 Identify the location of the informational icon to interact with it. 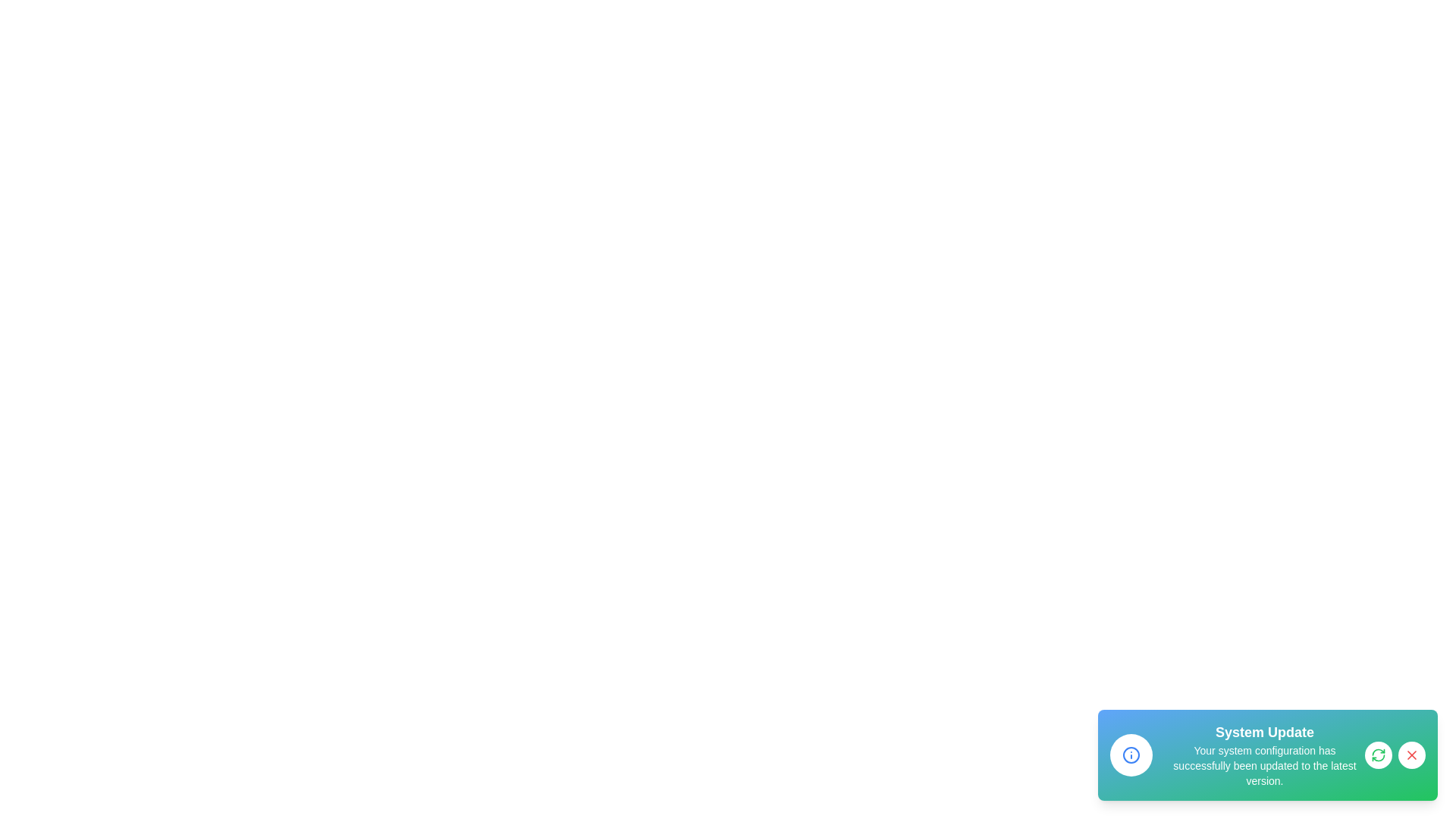
(1131, 755).